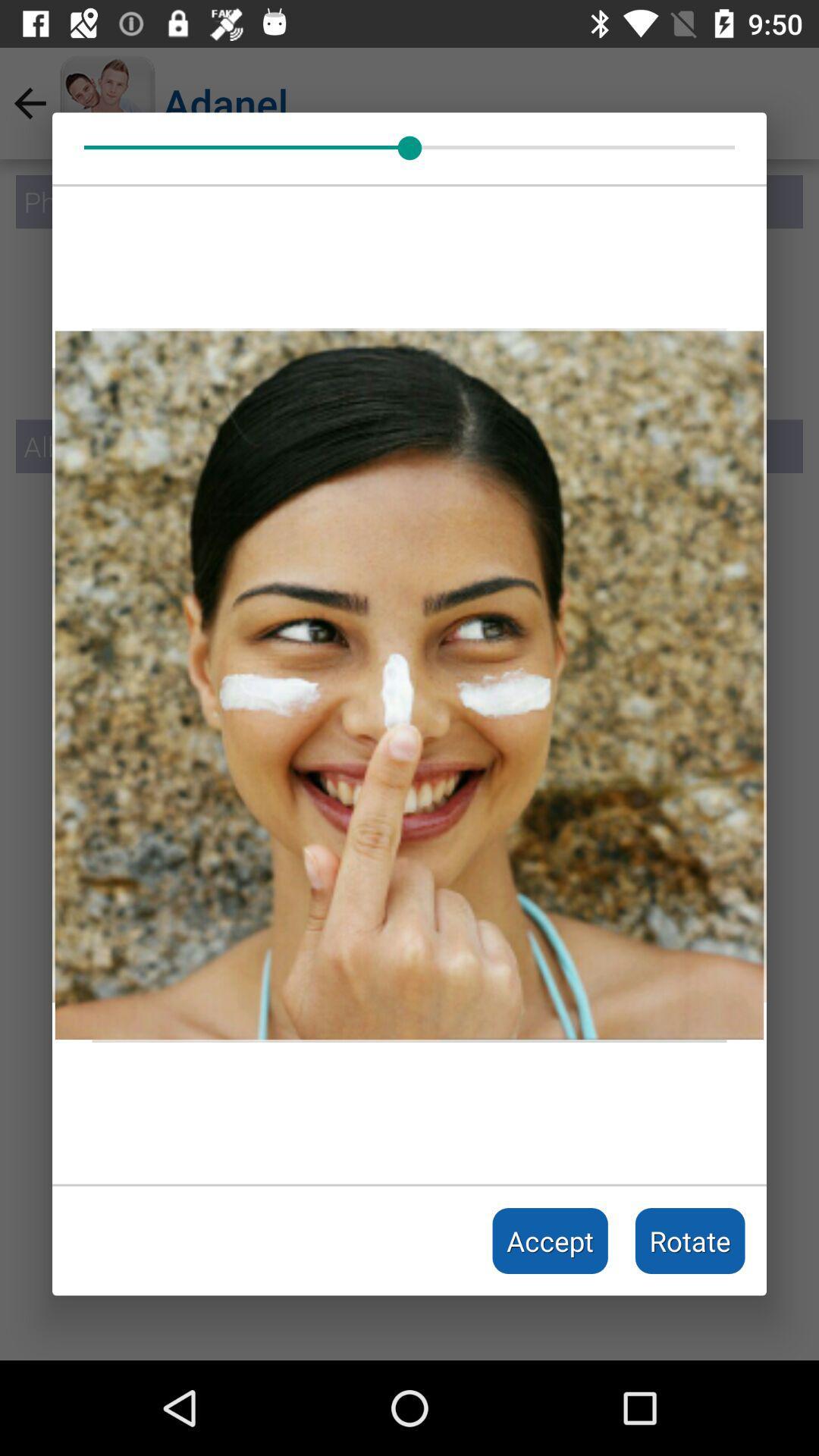 The height and width of the screenshot is (1456, 819). Describe the element at coordinates (550, 1241) in the screenshot. I see `the icon next to rotate` at that location.